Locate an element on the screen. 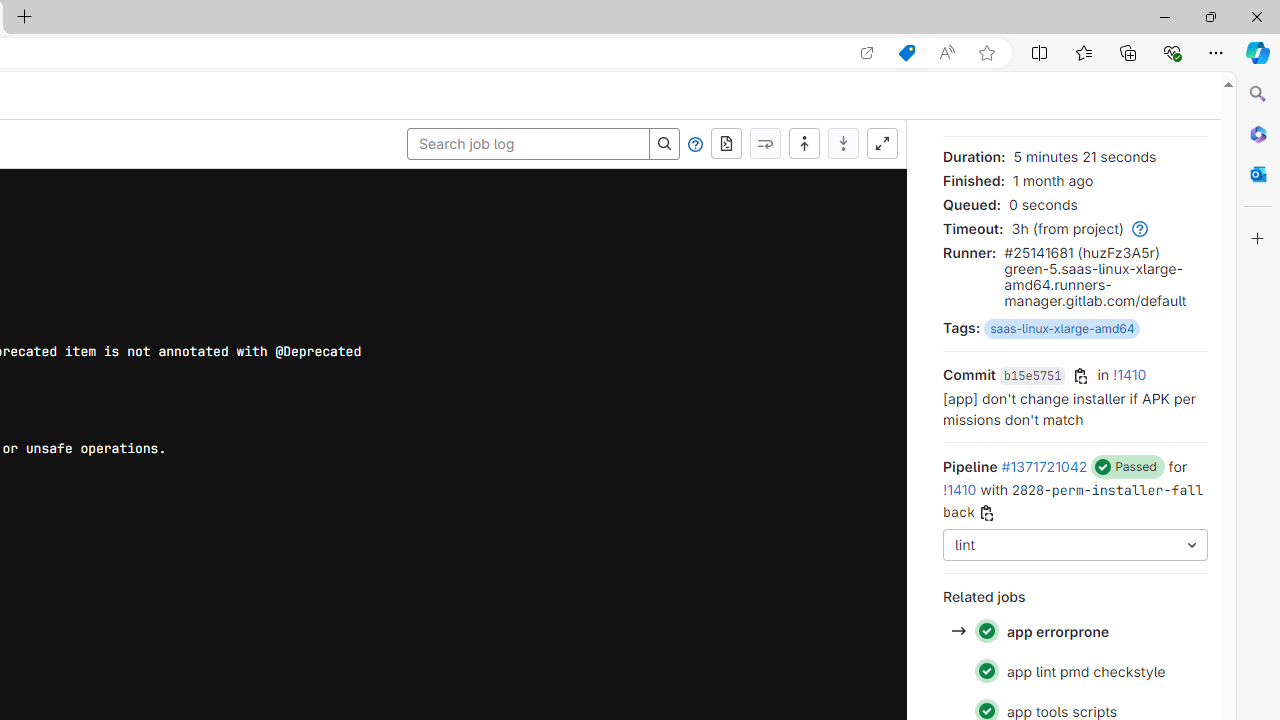 This screenshot has height=720, width=1280. 'Scroll to bottom' is located at coordinates (843, 143).